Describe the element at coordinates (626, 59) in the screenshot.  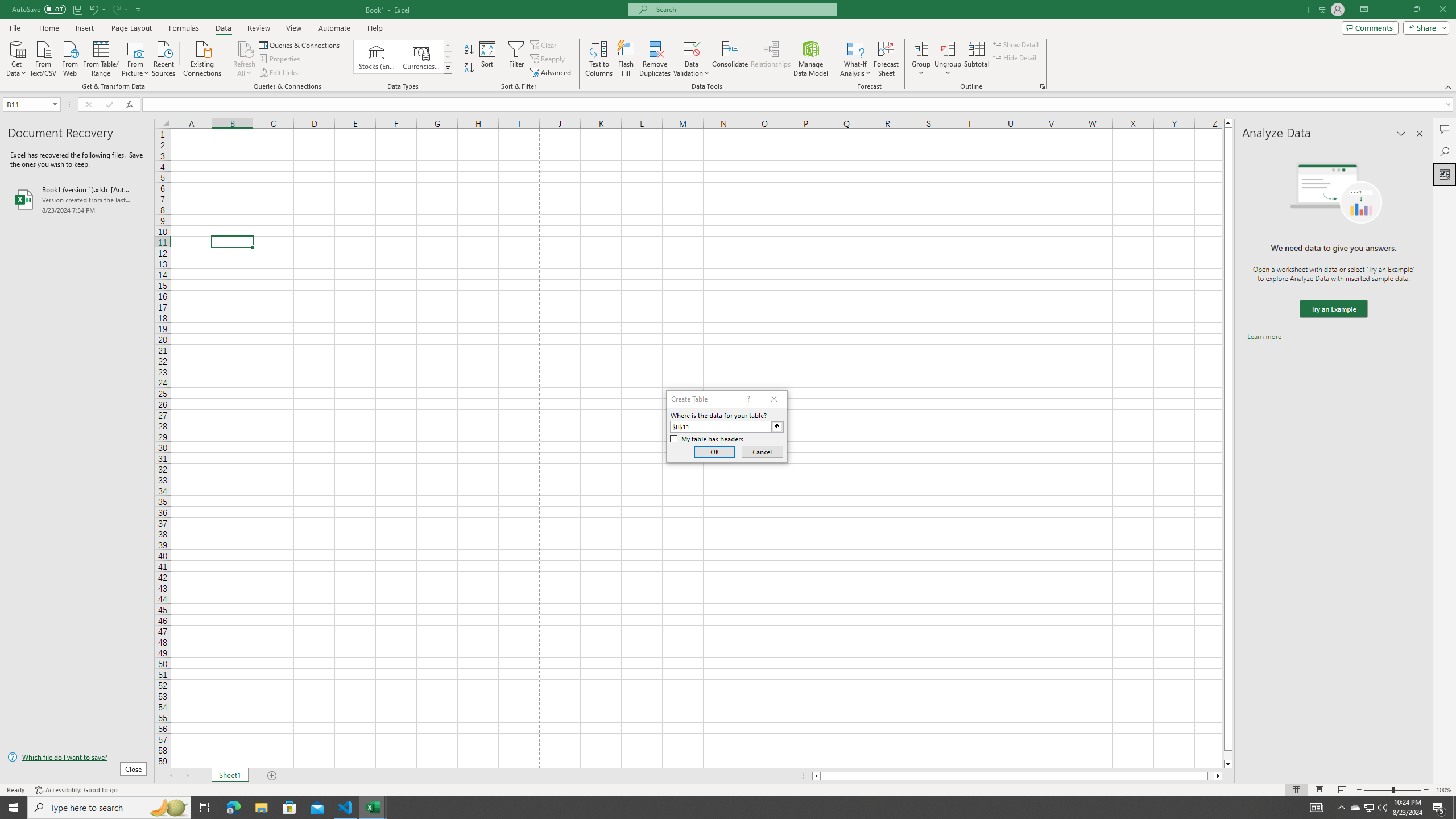
I see `'Flash Fill'` at that location.